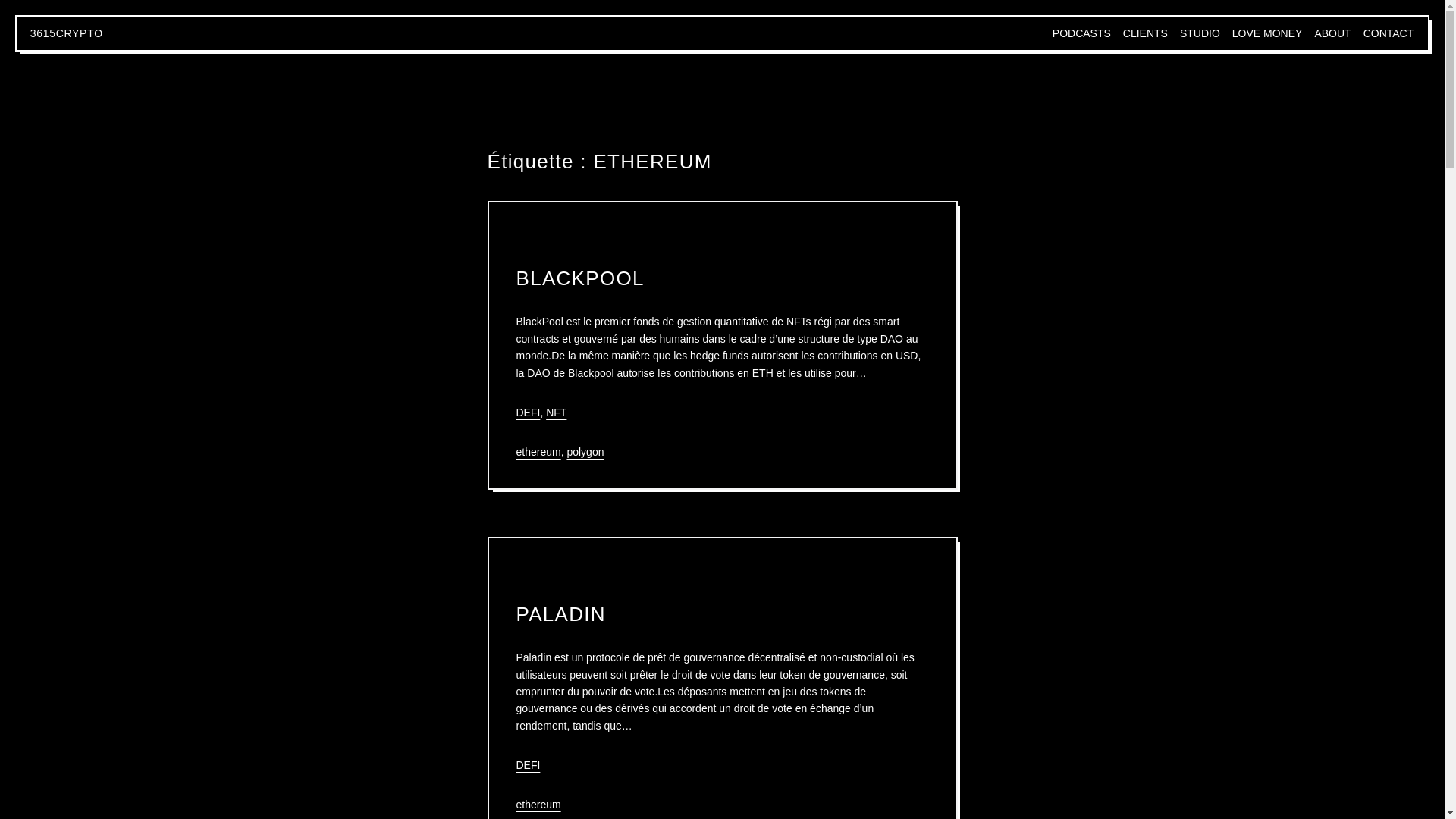 The height and width of the screenshot is (819, 1456). What do you see at coordinates (538, 803) in the screenshot?
I see `'ethereum'` at bounding box center [538, 803].